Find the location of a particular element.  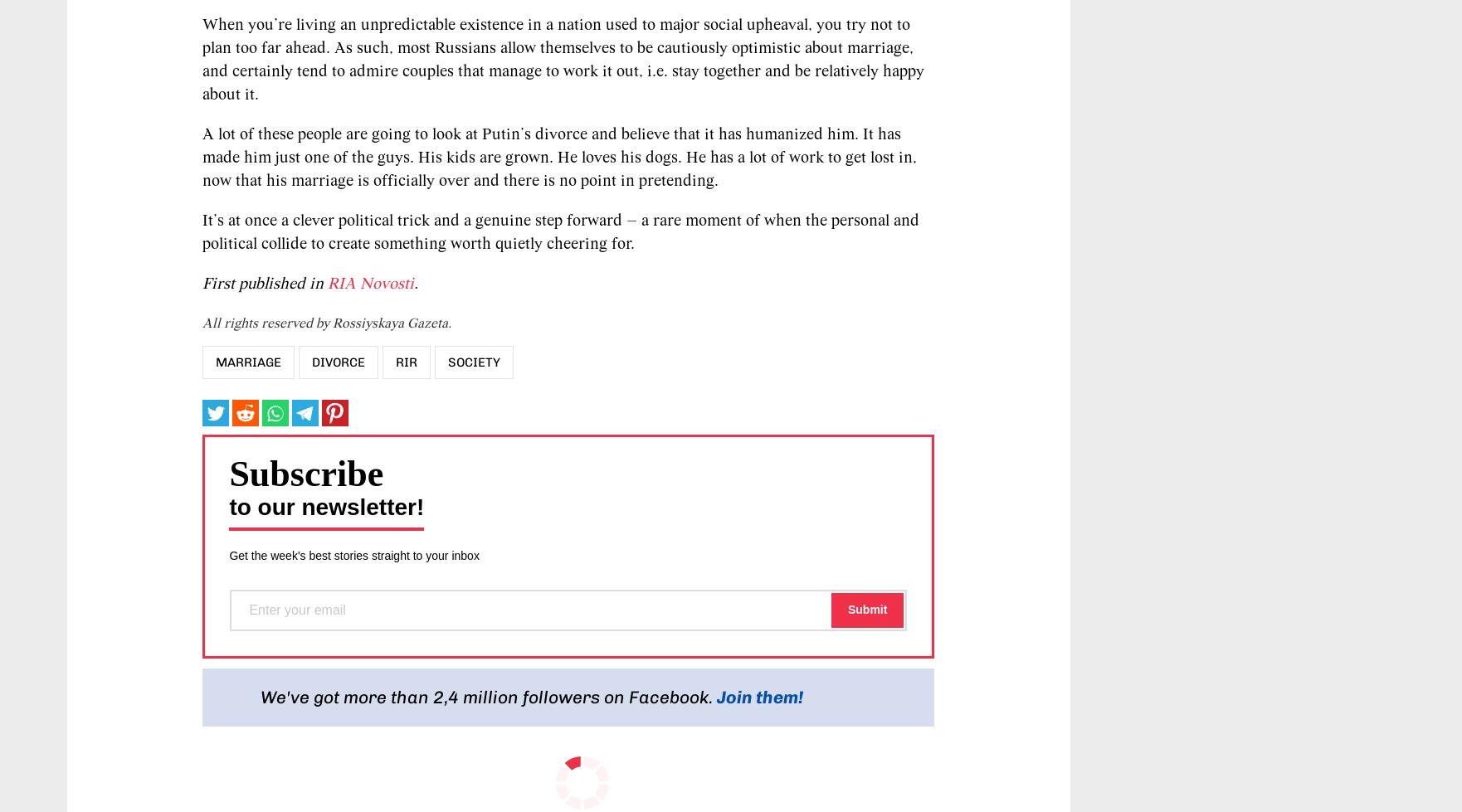

'Get the week's best stories straight to your inbox' is located at coordinates (353, 554).